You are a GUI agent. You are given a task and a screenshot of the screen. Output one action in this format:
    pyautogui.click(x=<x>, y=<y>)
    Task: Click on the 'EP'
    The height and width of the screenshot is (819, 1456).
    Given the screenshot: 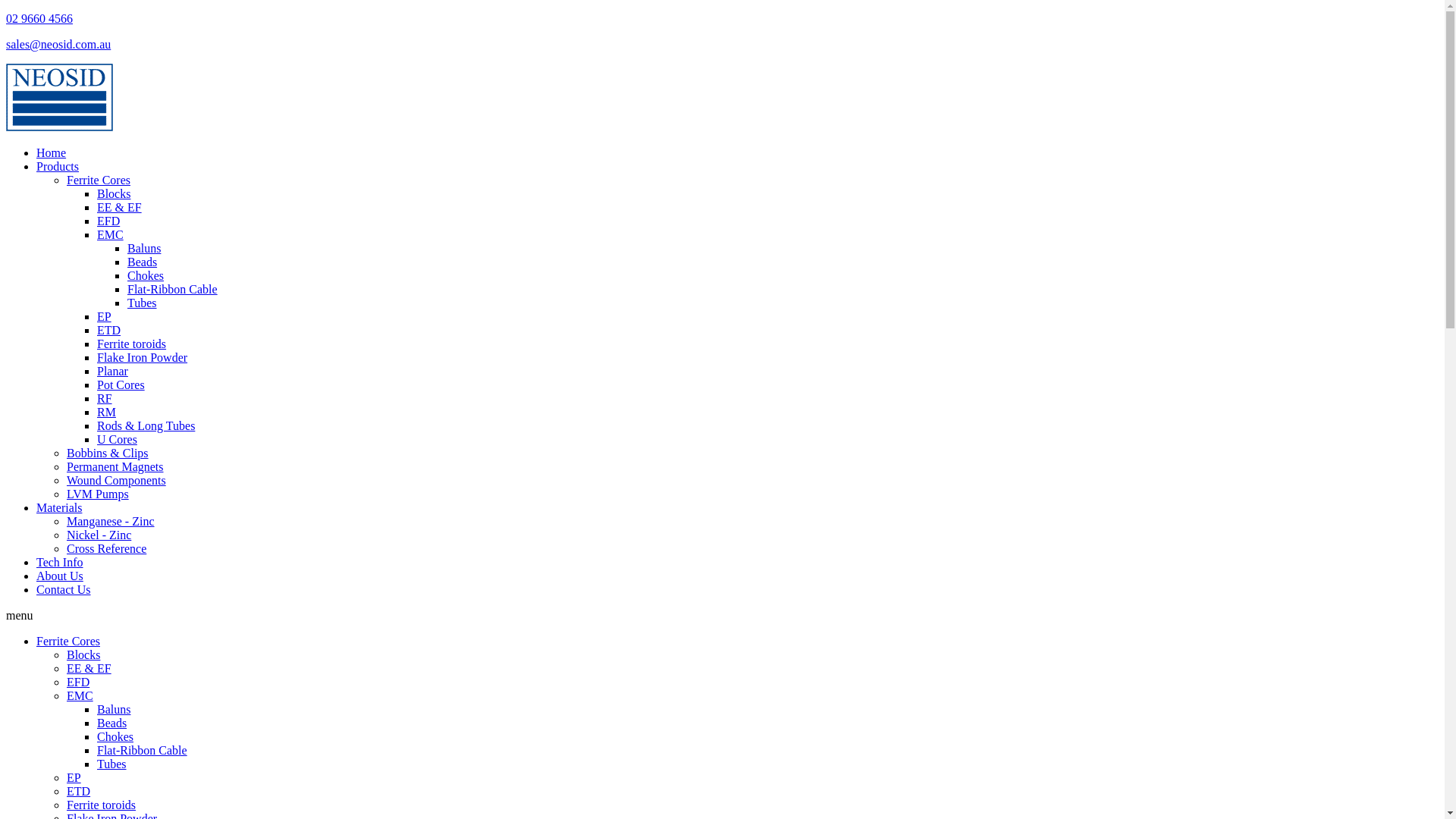 What is the action you would take?
    pyautogui.click(x=103, y=315)
    